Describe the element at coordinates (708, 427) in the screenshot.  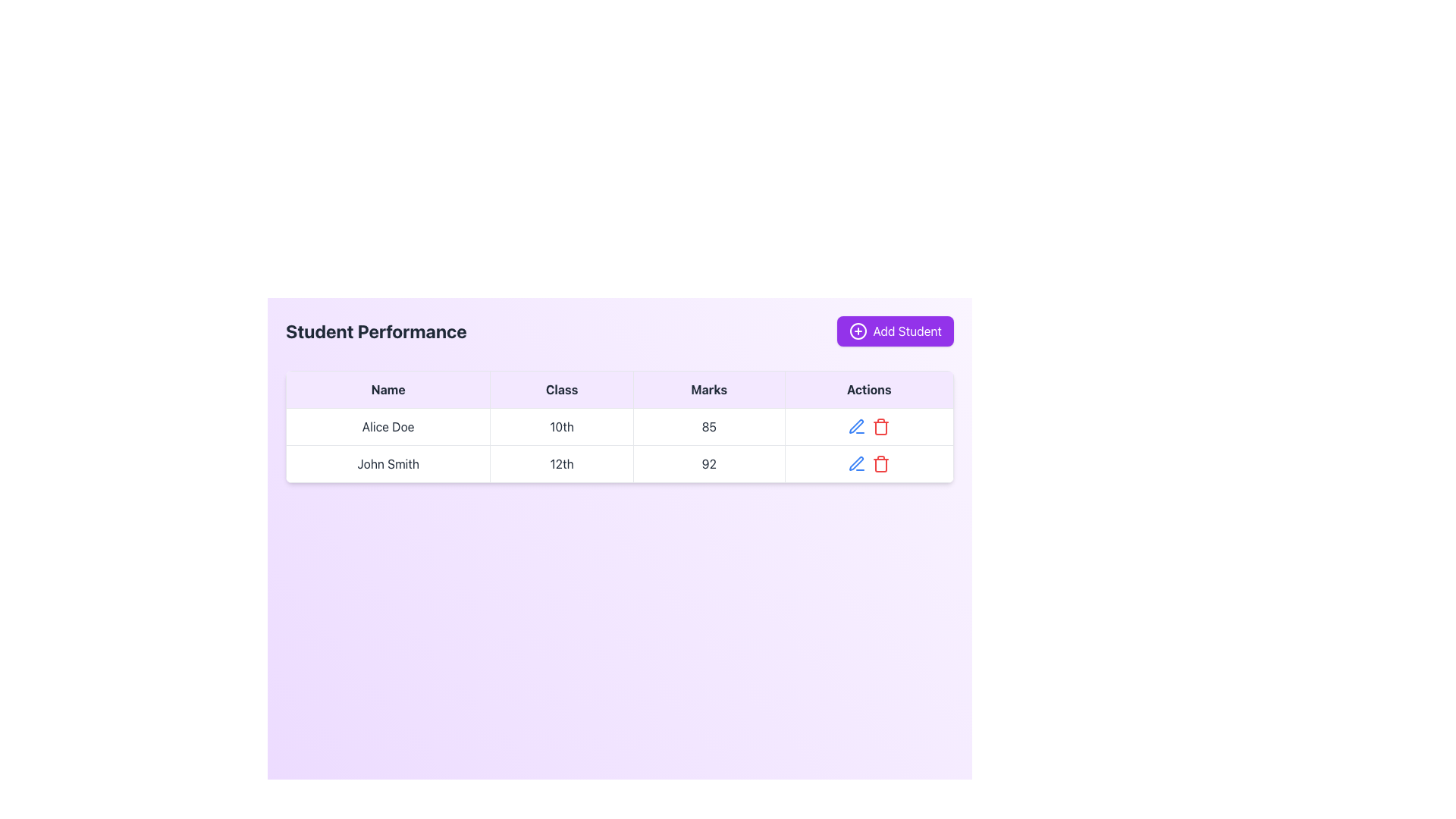
I see `the table cell displaying the number '85' under the 'Marks' column for the student 'Alice Doe'` at that location.